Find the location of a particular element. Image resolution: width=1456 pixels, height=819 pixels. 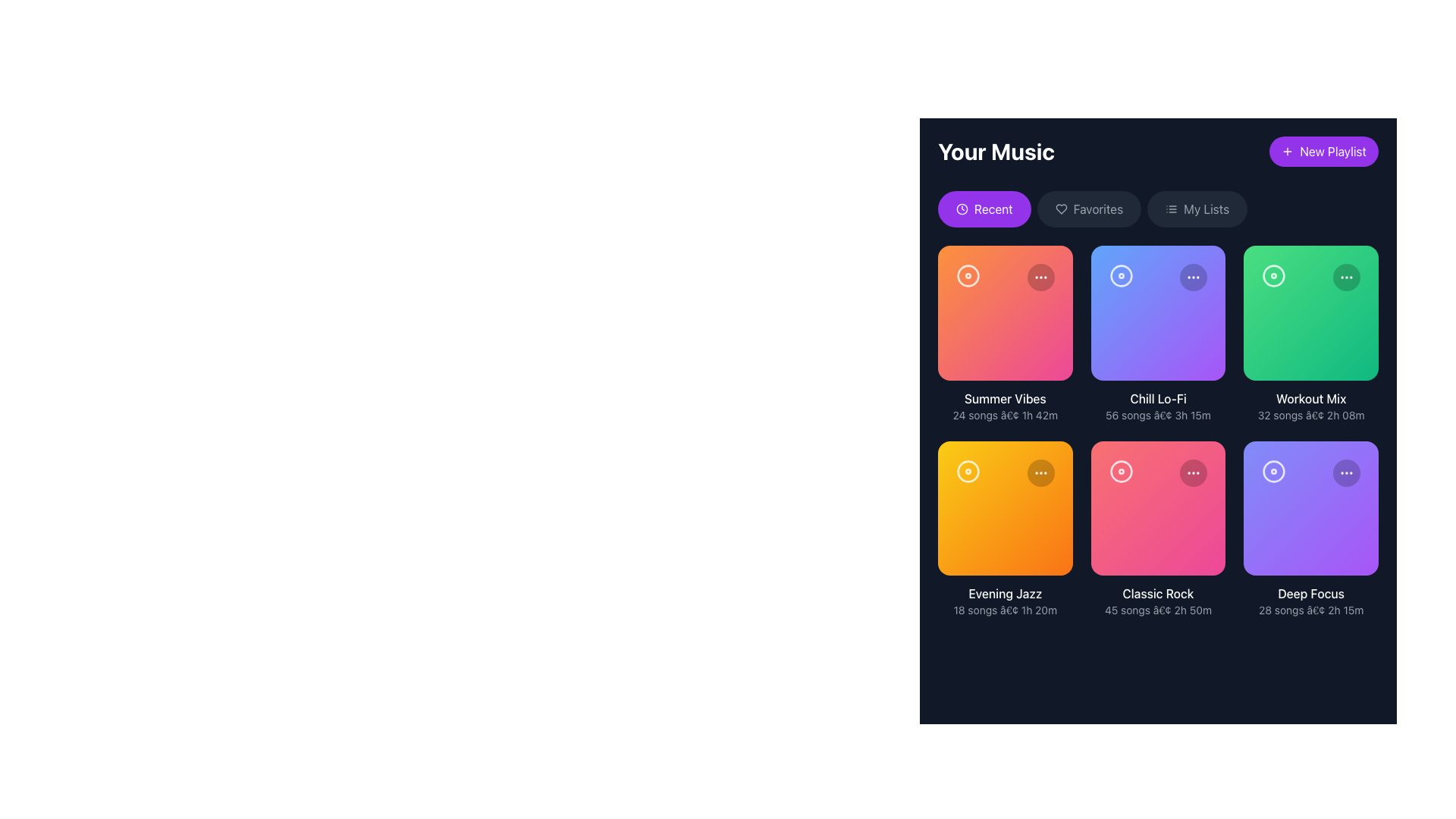

the circular indicator icon located on the green card labeled 'Workout Mix' in the first row and third column of the grid layout is located at coordinates (1274, 275).